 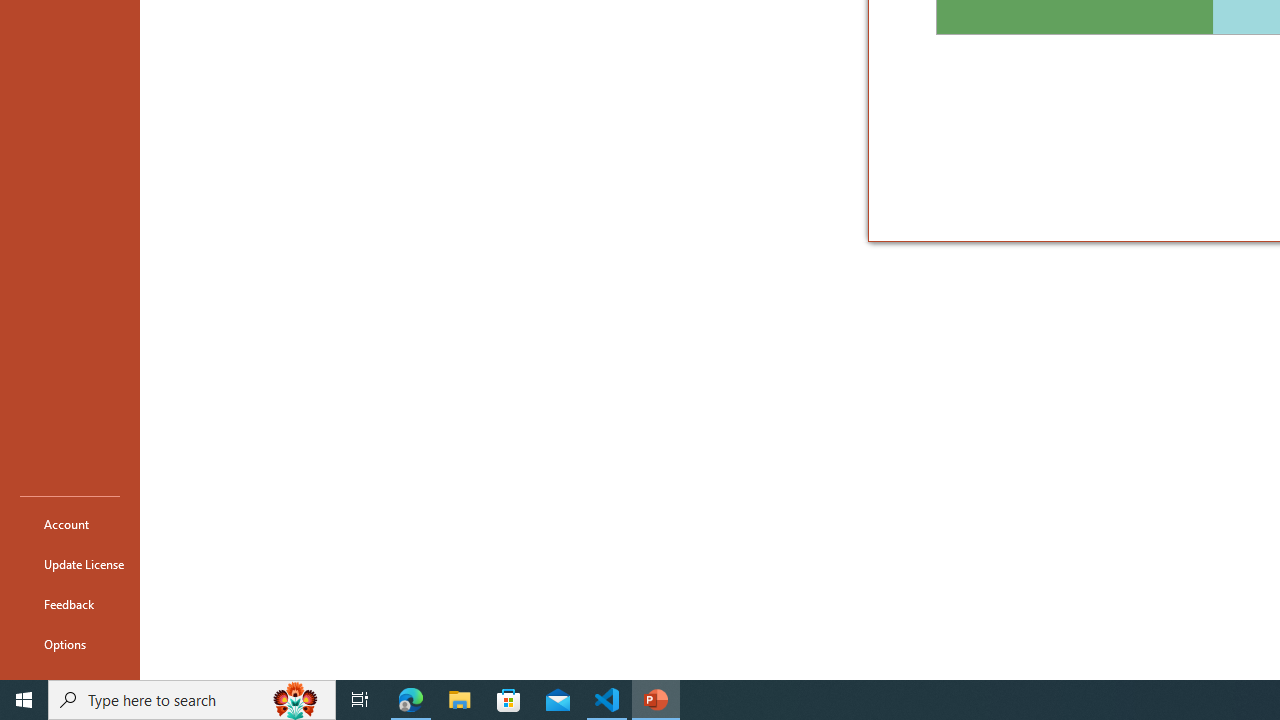 I want to click on 'Feedback', so click(x=69, y=603).